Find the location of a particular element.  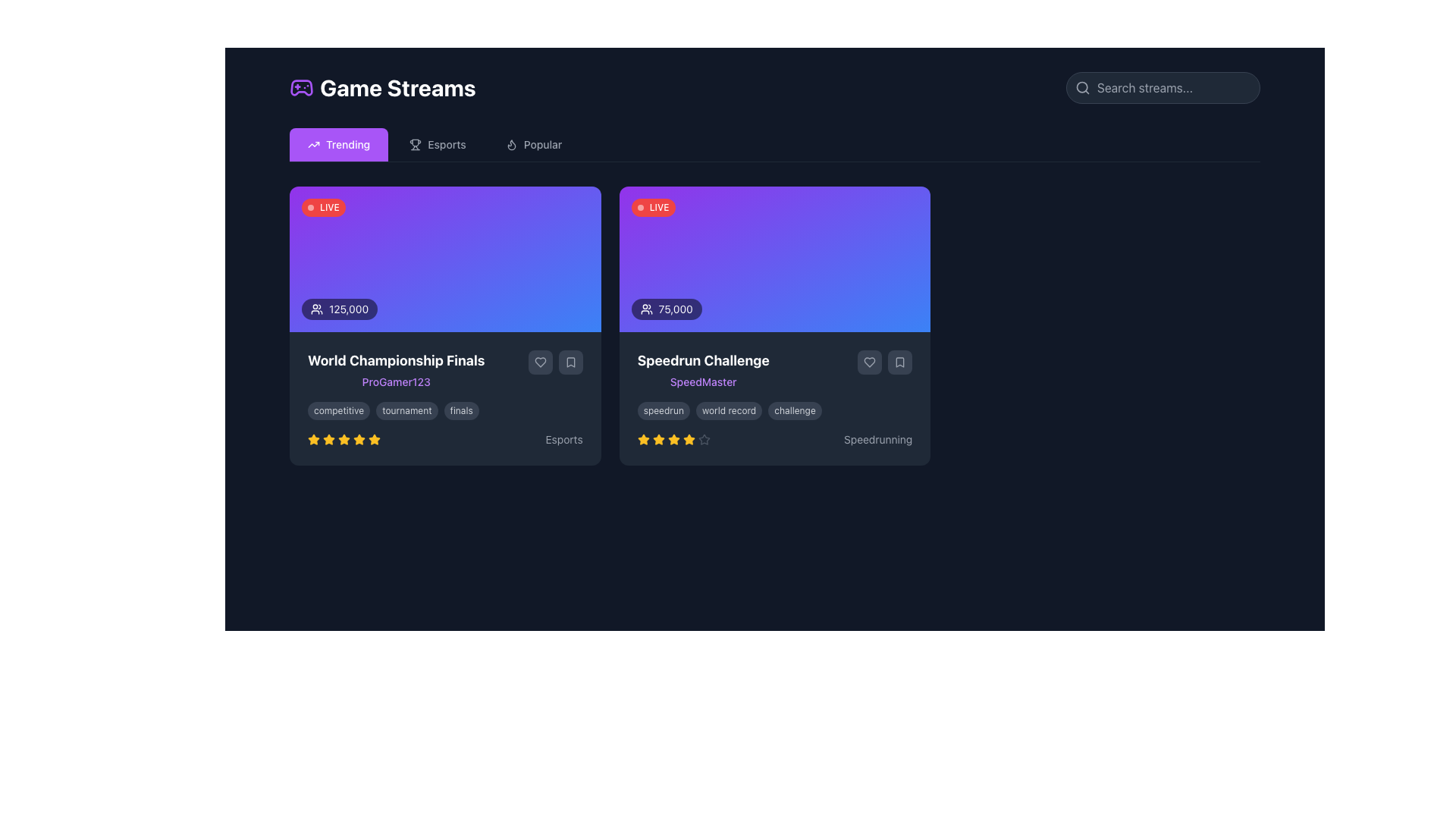

the individual tag within the Tag group styled with small capsules containing the words 'competitive', 'tournament', and 'finals' is located at coordinates (444, 411).